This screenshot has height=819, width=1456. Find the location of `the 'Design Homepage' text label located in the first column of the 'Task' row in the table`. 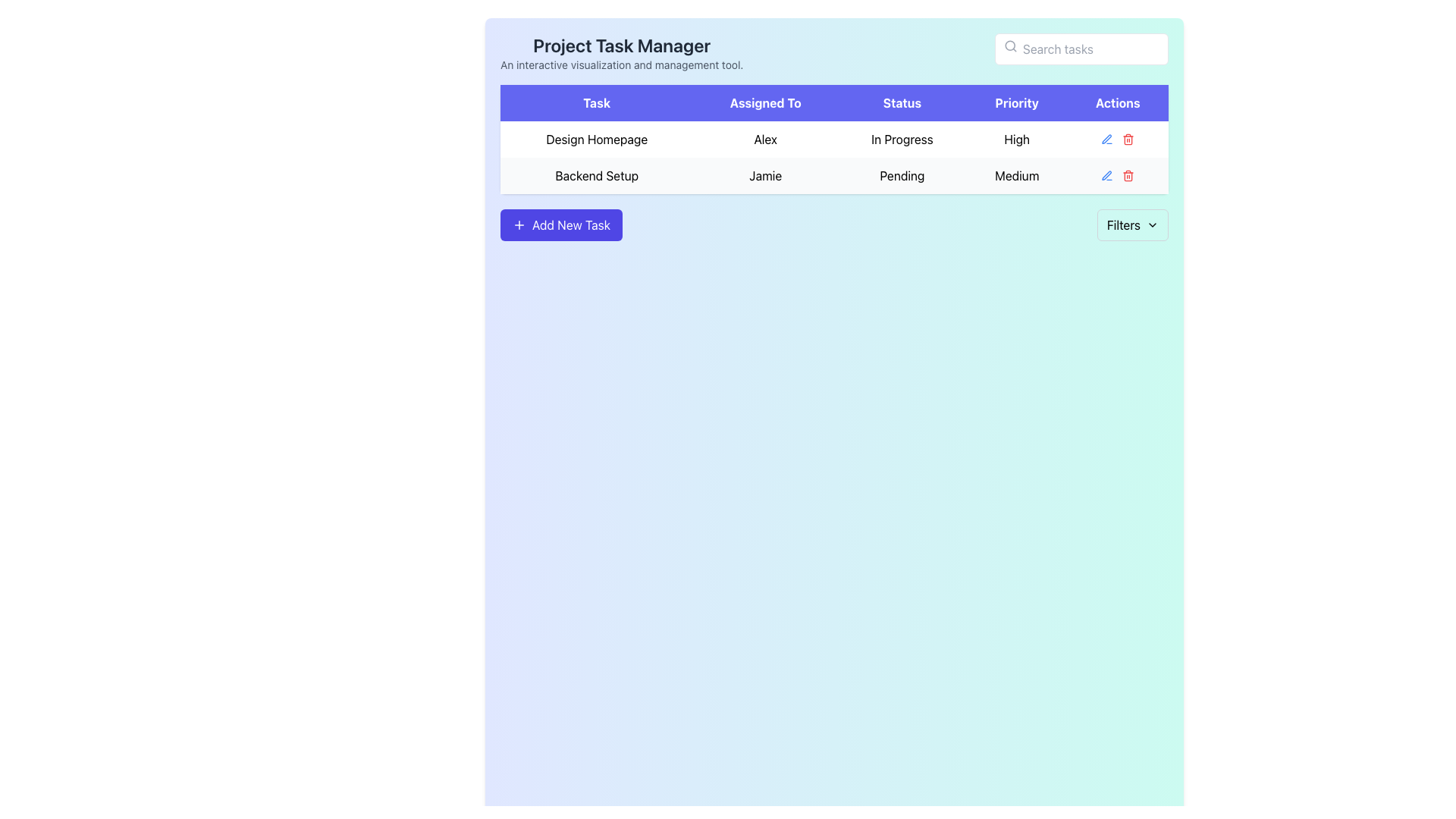

the 'Design Homepage' text label located in the first column of the 'Task' row in the table is located at coordinates (596, 140).